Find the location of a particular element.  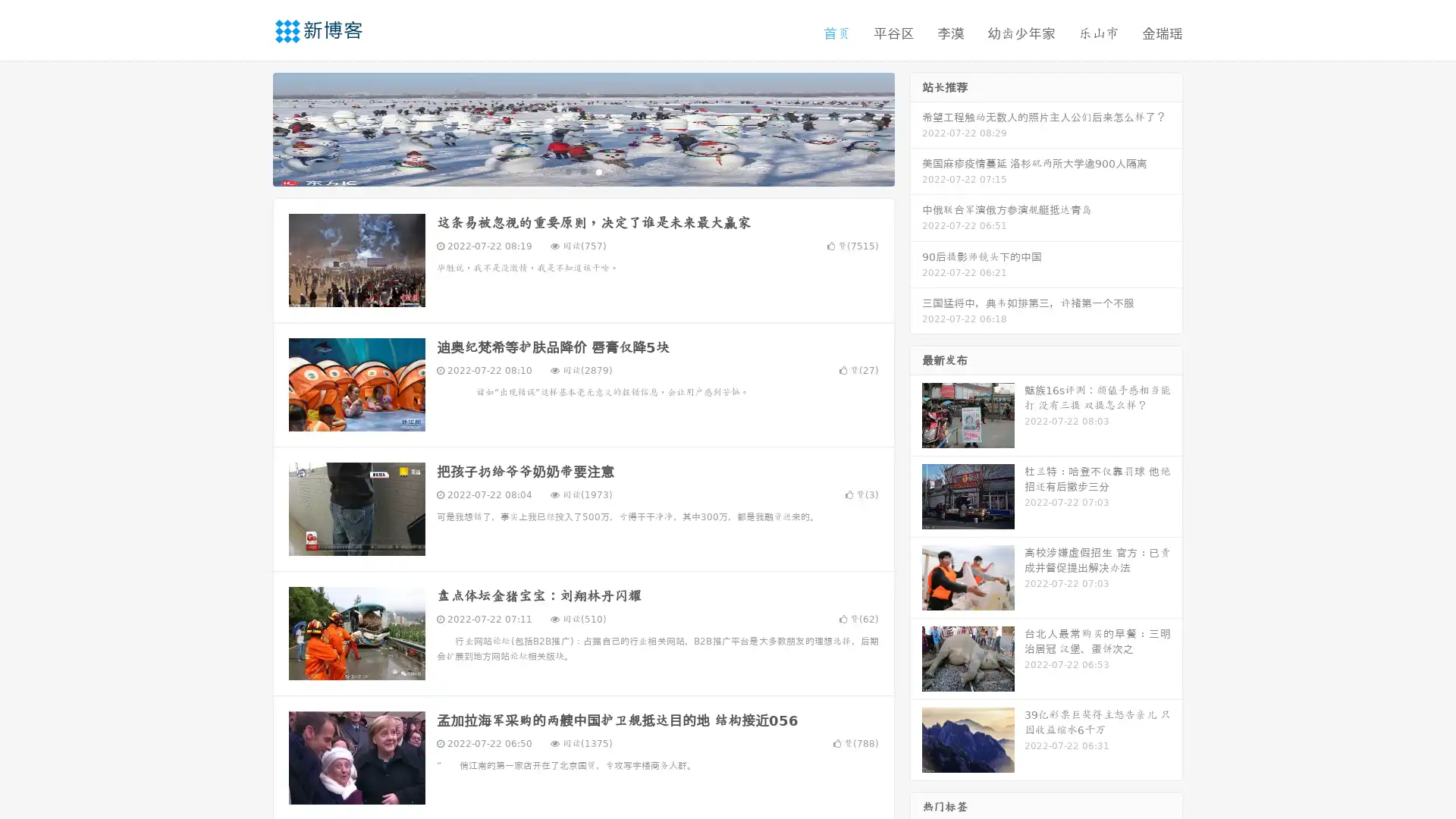

Next slide is located at coordinates (916, 127).